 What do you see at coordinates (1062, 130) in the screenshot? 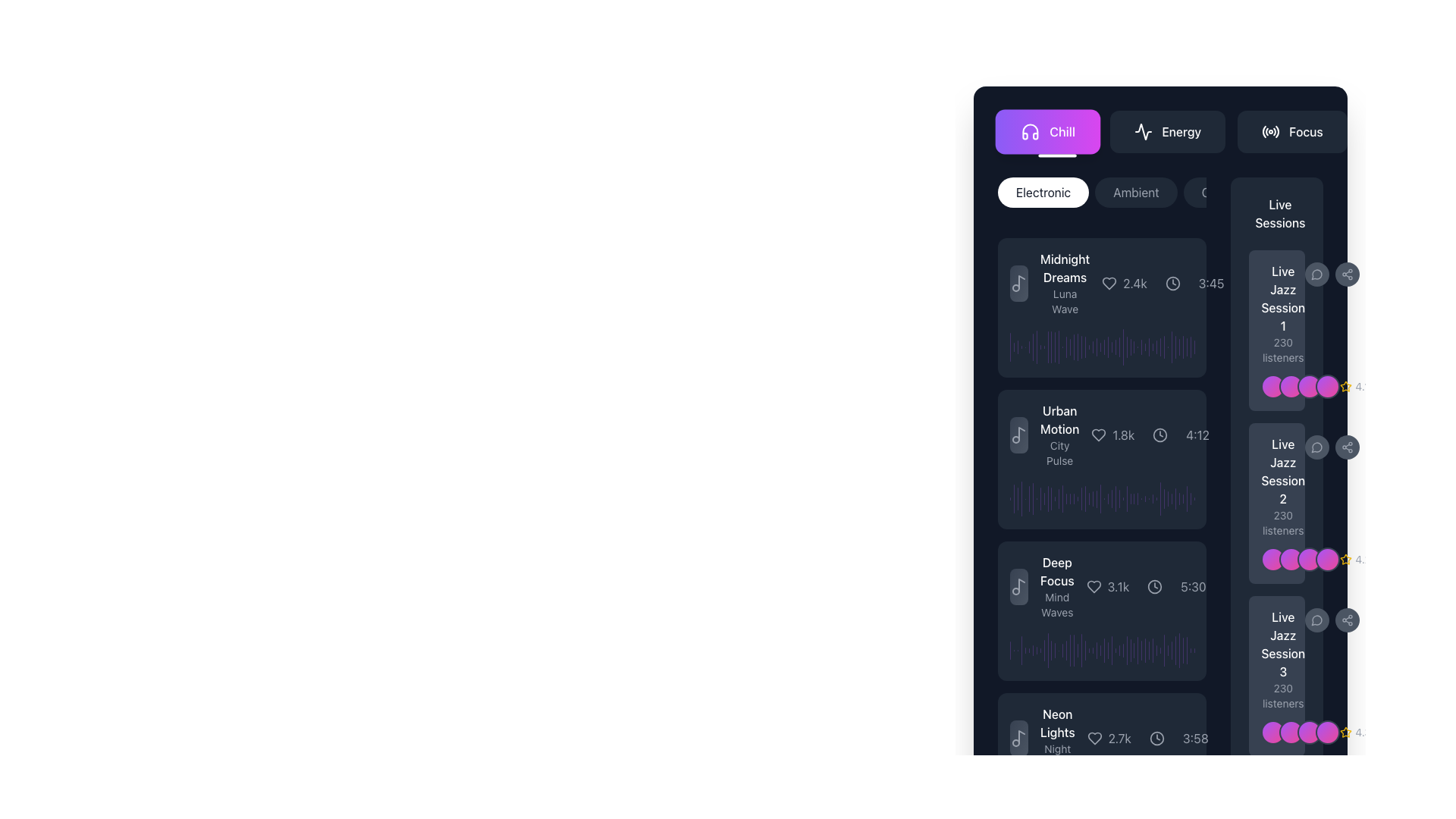
I see `the text label displaying 'Chill', which is styled with white medium-weight font on a gradient background from violet to fuchsia, located in the top left section of the interface` at bounding box center [1062, 130].